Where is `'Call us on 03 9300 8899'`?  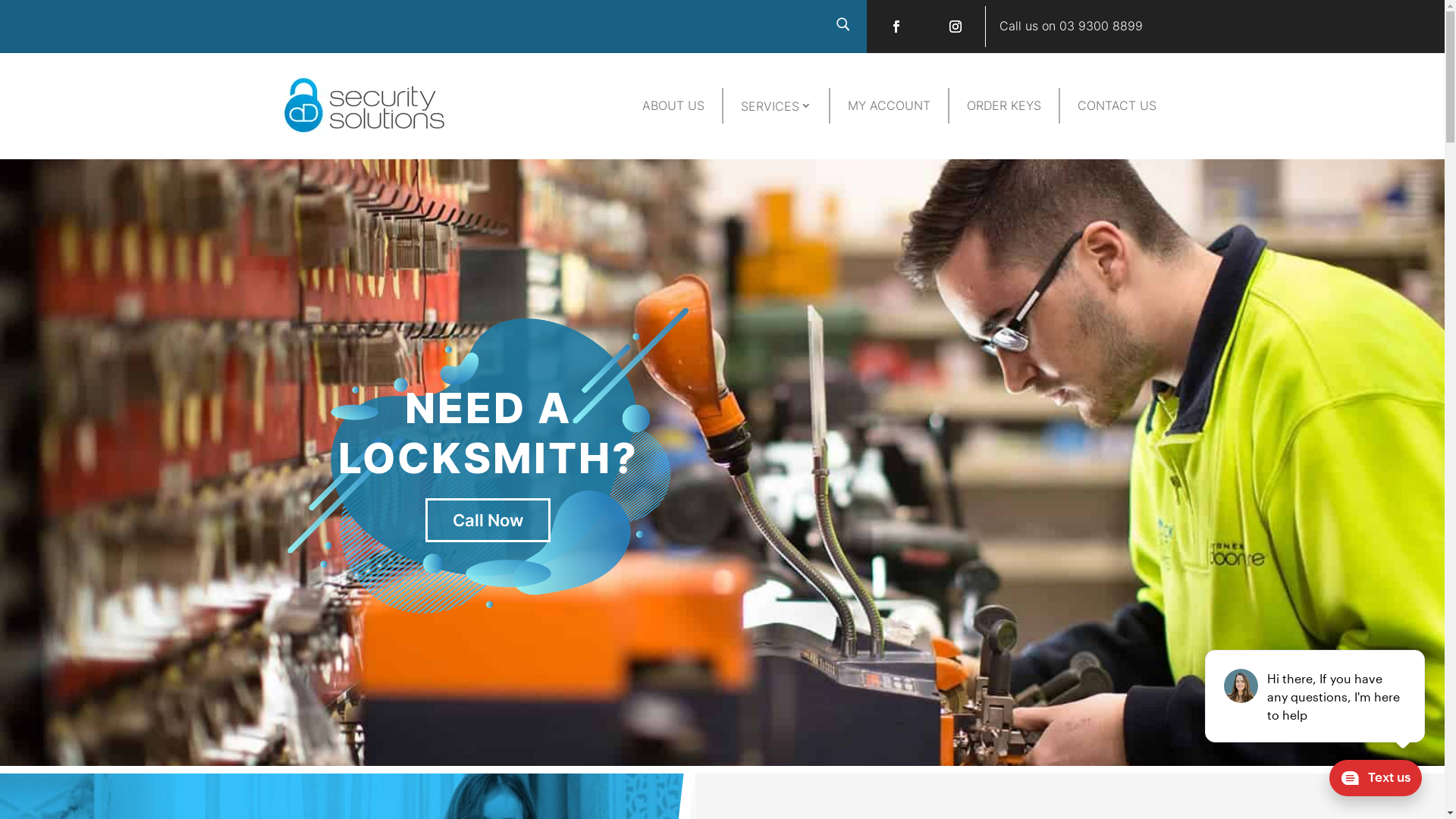
'Call us on 03 9300 8899' is located at coordinates (1070, 26).